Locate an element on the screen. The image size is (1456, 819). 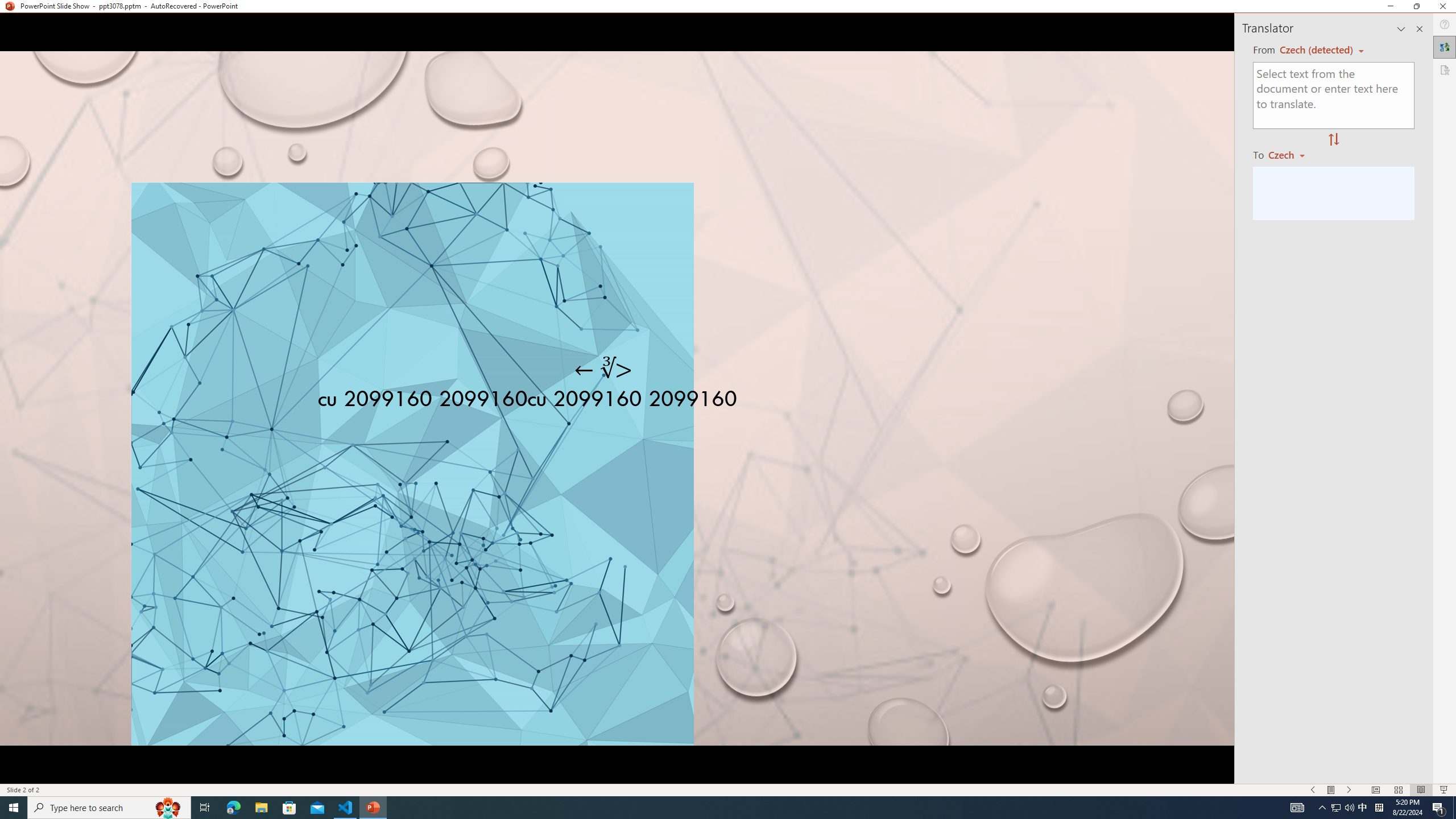
'Task Pane Options' is located at coordinates (1401, 28).